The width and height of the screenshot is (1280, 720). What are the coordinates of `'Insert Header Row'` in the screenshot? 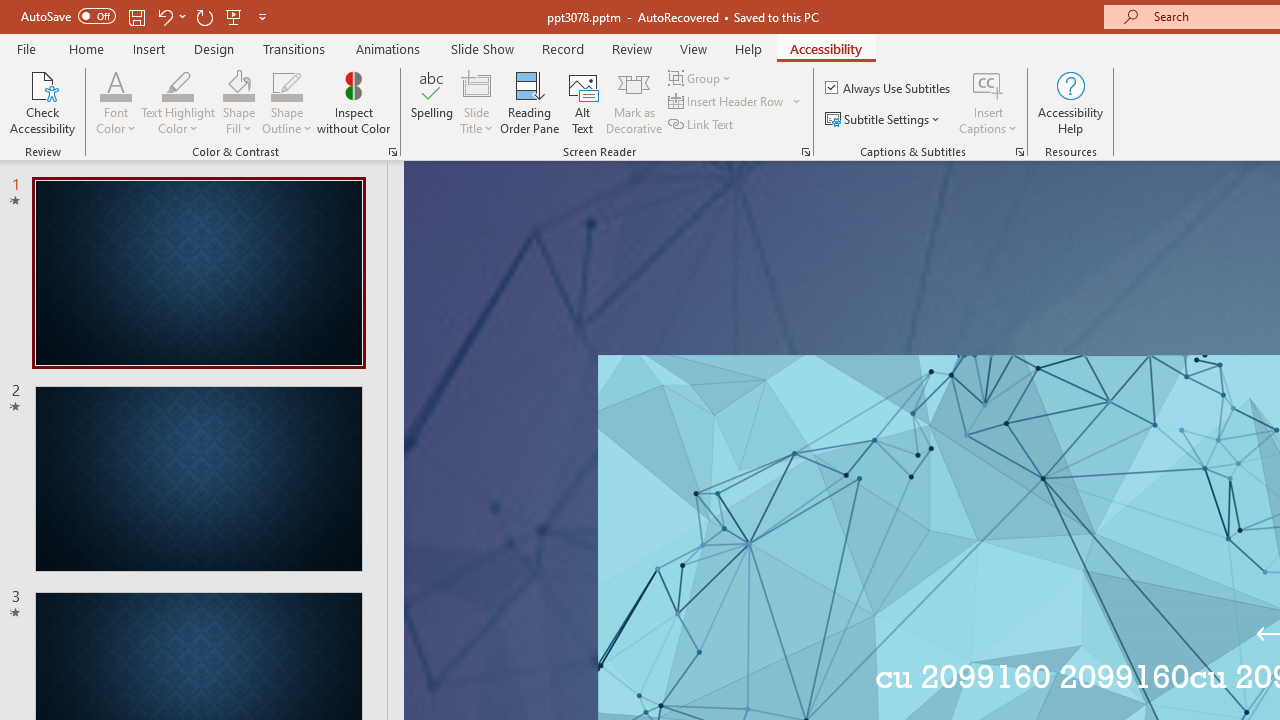 It's located at (726, 101).